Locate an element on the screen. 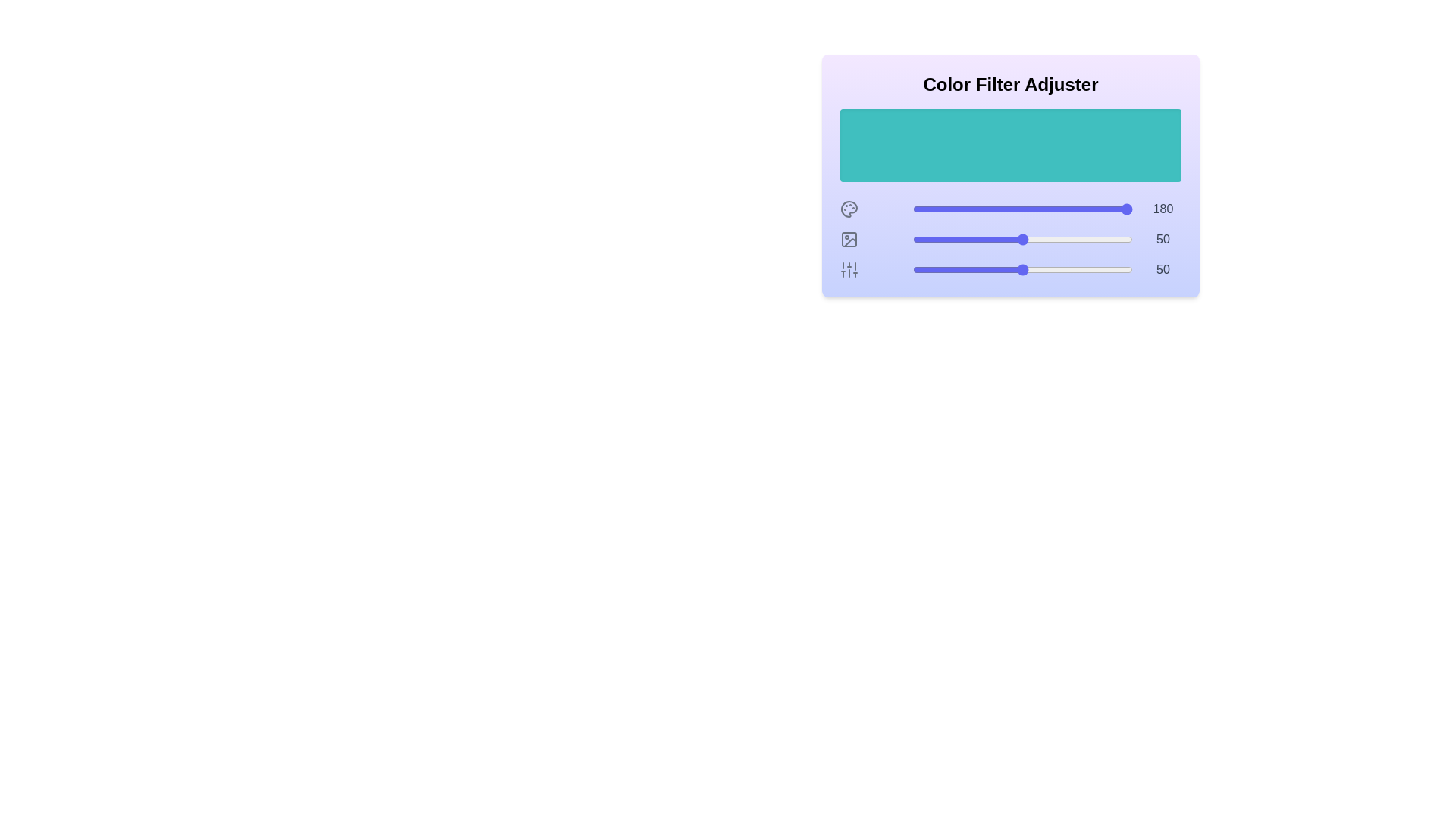  the 0 slider to 97 to observe the color preview area is located at coordinates (1126, 209).